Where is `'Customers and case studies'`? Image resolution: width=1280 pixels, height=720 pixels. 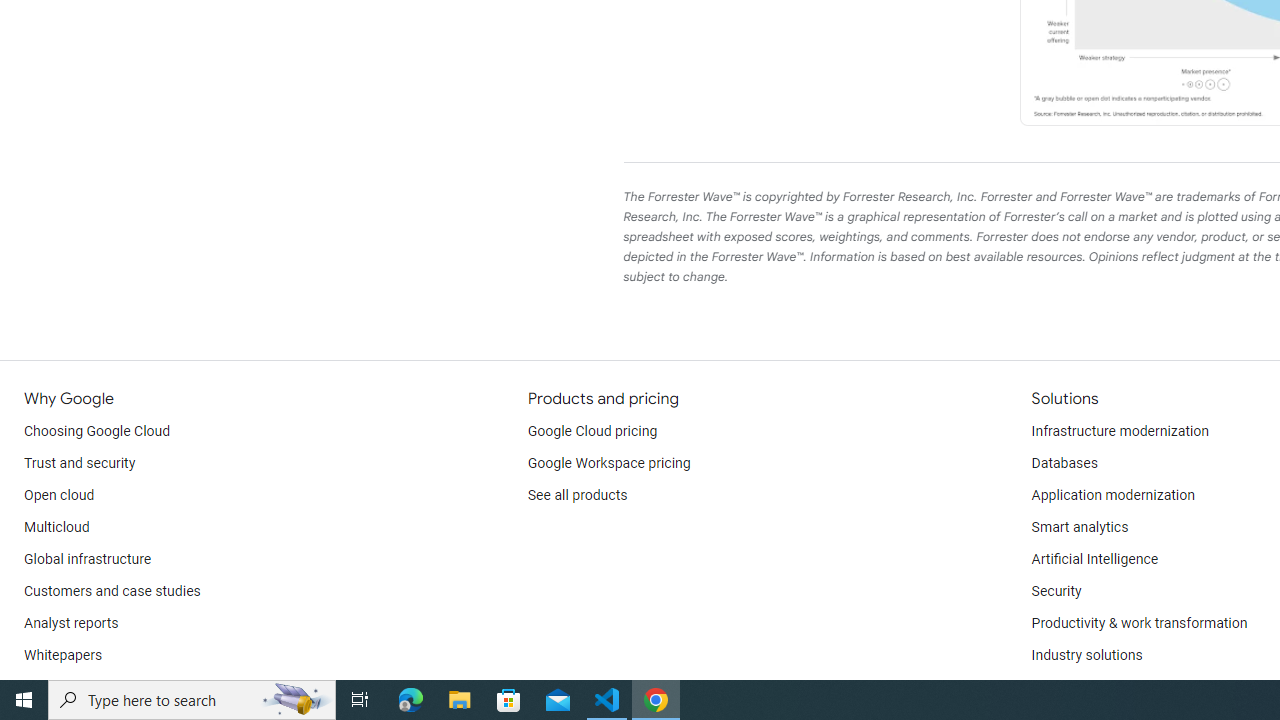 'Customers and case studies' is located at coordinates (111, 590).